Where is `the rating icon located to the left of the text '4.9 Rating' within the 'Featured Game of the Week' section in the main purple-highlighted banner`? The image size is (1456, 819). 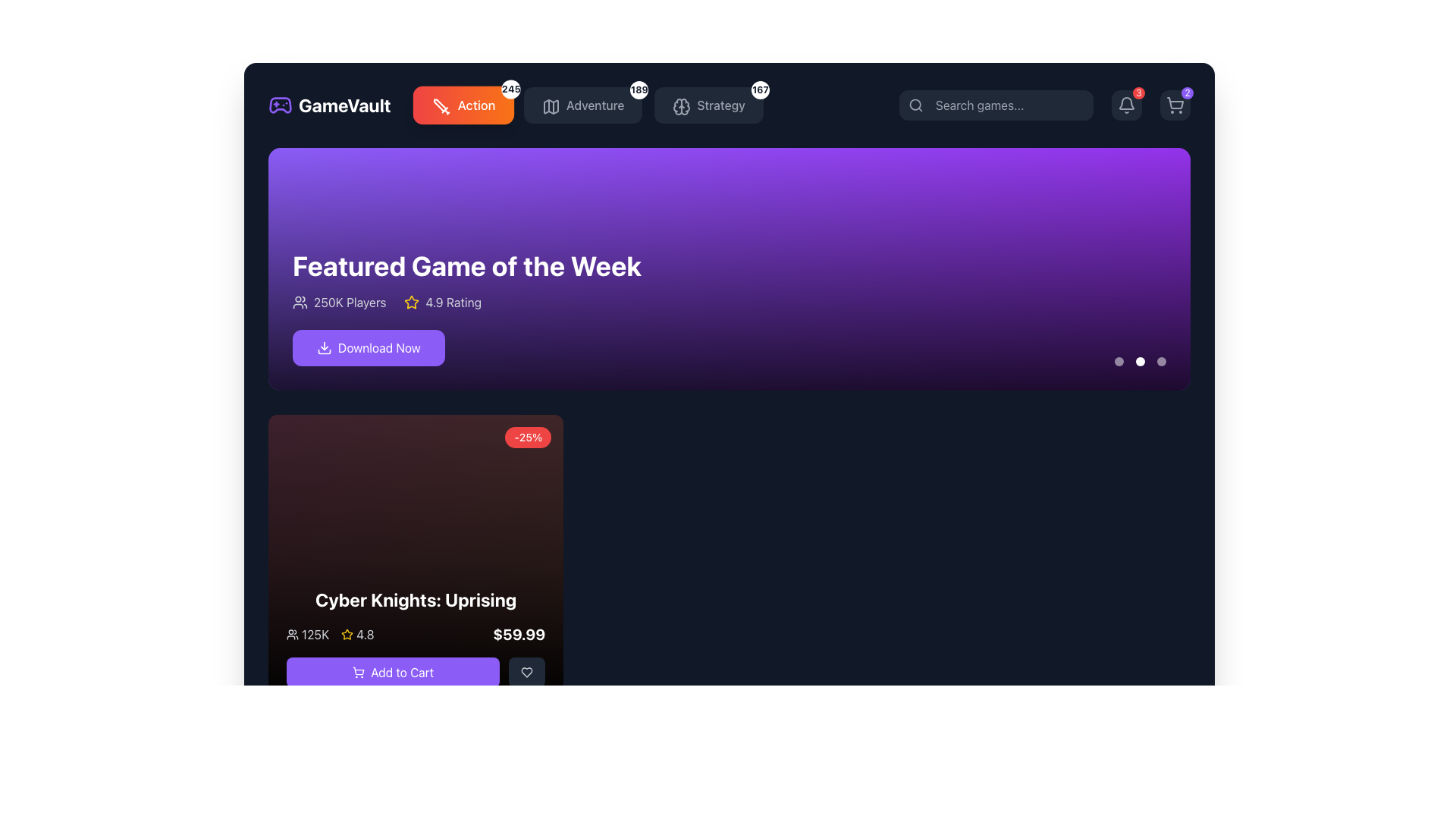 the rating icon located to the left of the text '4.9 Rating' within the 'Featured Game of the Week' section in the main purple-highlighted banner is located at coordinates (412, 302).